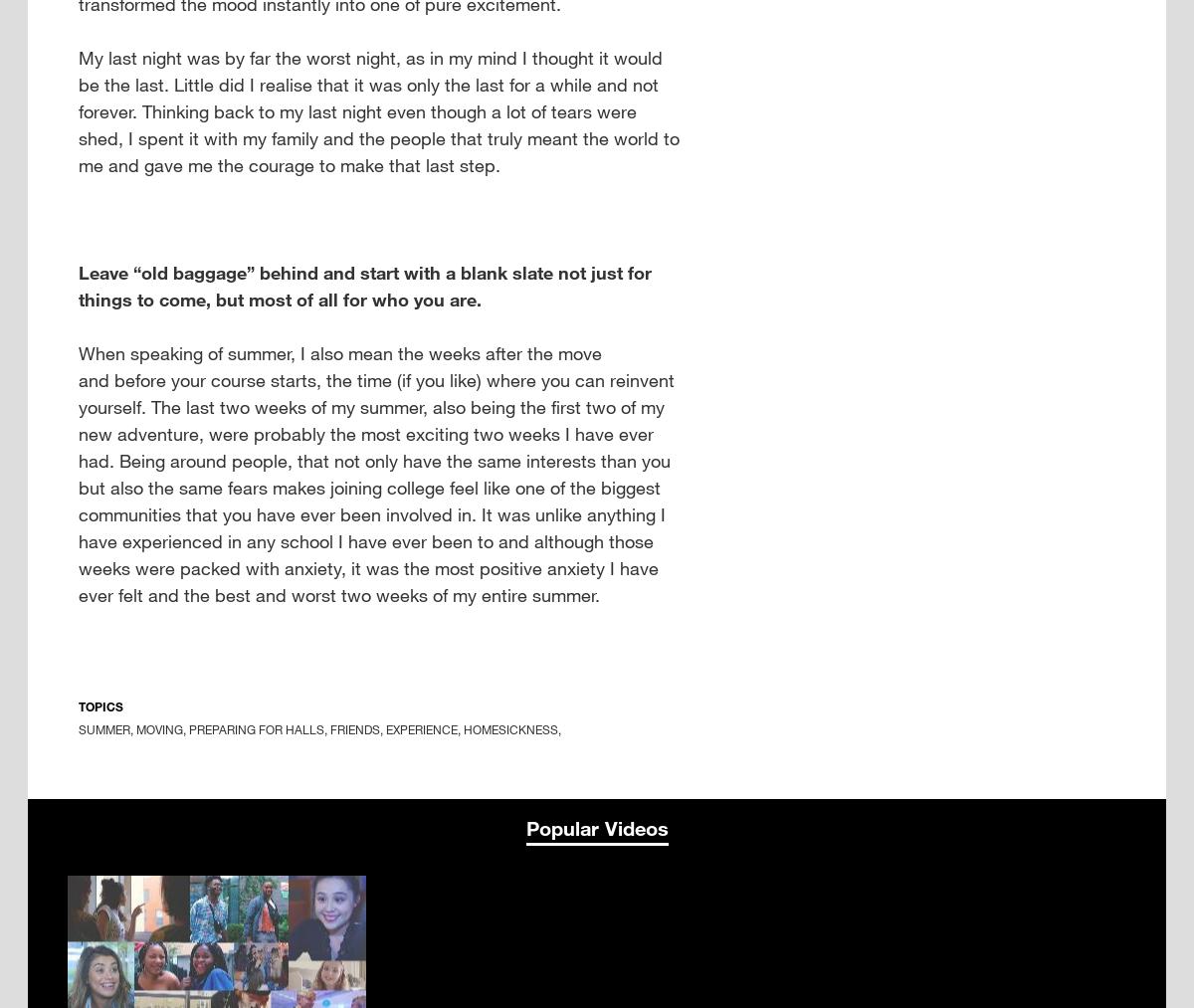 This screenshot has width=1194, height=1008. What do you see at coordinates (509, 729) in the screenshot?
I see `'homesickness'` at bounding box center [509, 729].